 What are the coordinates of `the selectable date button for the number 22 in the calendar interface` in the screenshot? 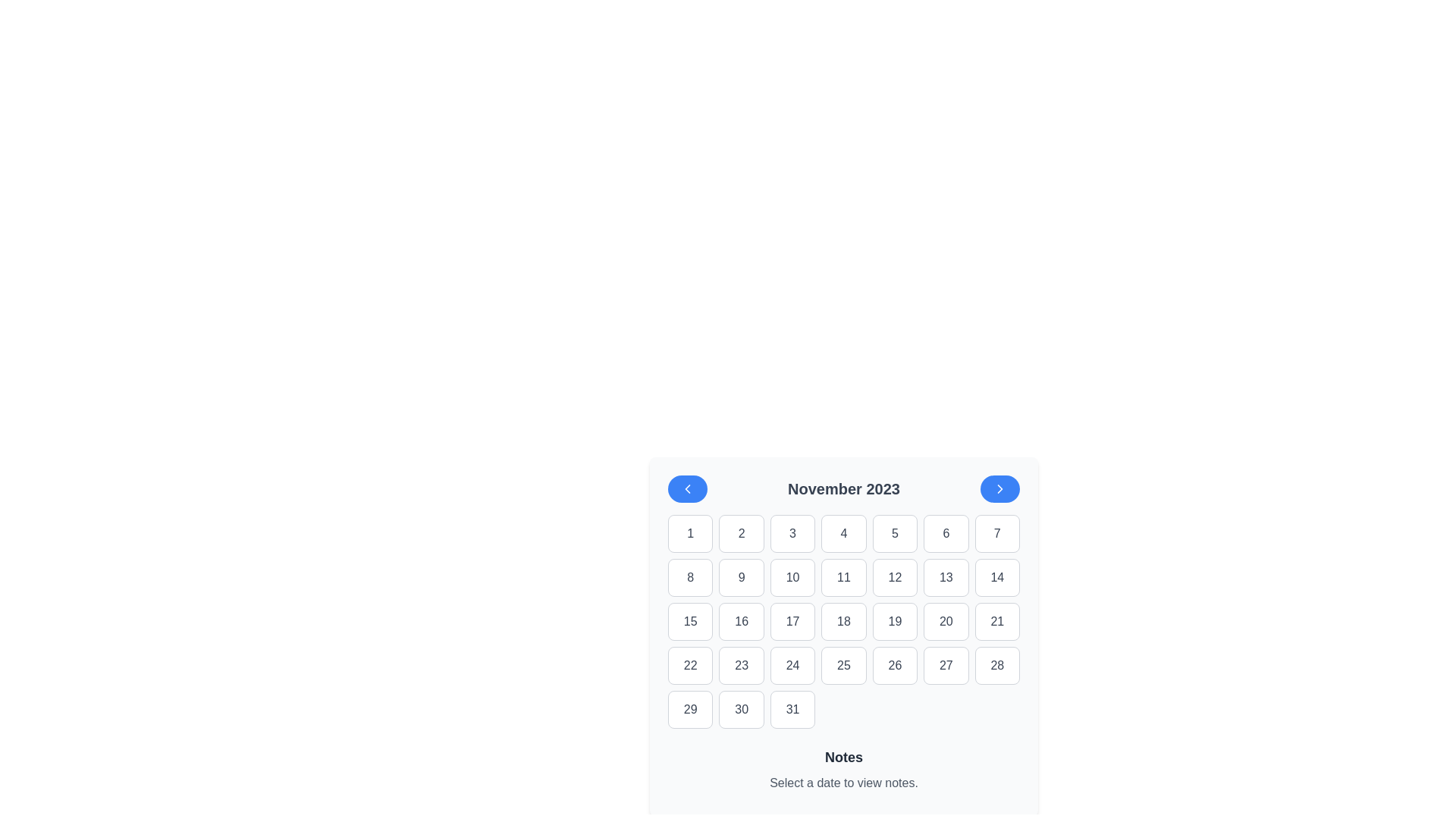 It's located at (689, 665).